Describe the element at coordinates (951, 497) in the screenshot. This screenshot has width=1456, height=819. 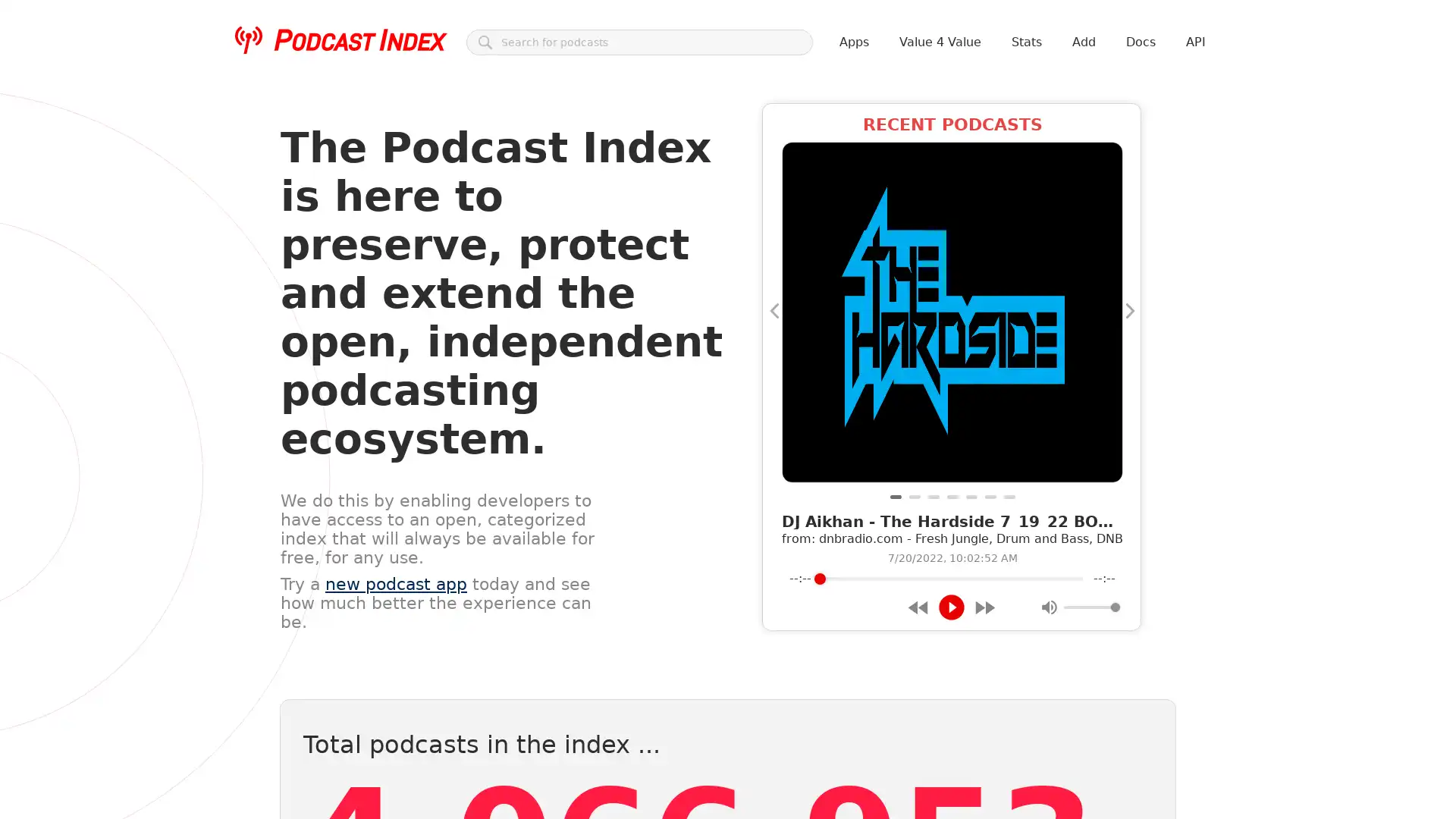
I see `Highkili, pa' esto nos pagan!` at that location.